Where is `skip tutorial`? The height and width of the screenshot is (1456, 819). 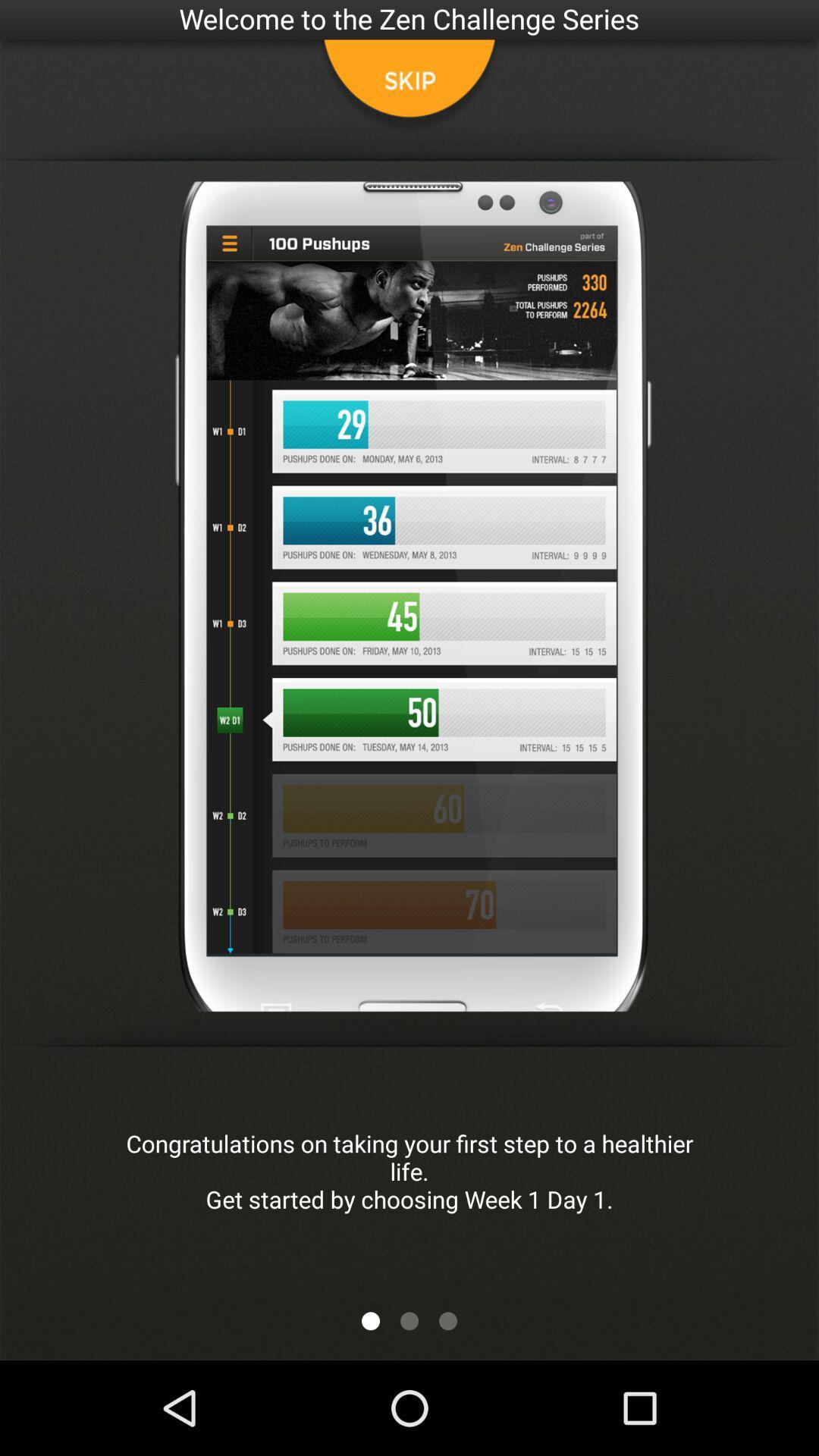
skip tutorial is located at coordinates (409, 86).